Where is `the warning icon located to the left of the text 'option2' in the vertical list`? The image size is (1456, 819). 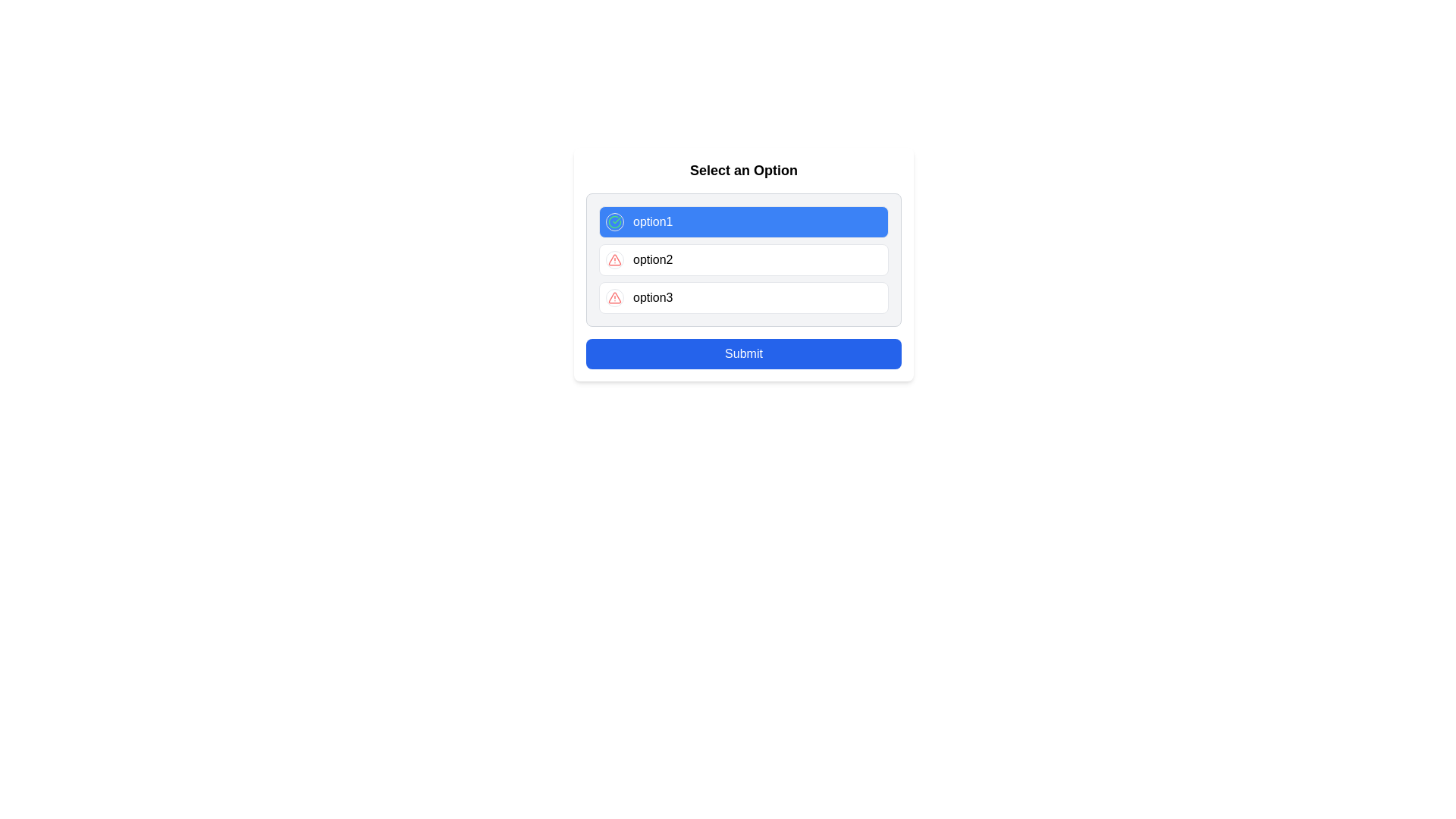
the warning icon located to the left of the text 'option2' in the vertical list is located at coordinates (615, 298).